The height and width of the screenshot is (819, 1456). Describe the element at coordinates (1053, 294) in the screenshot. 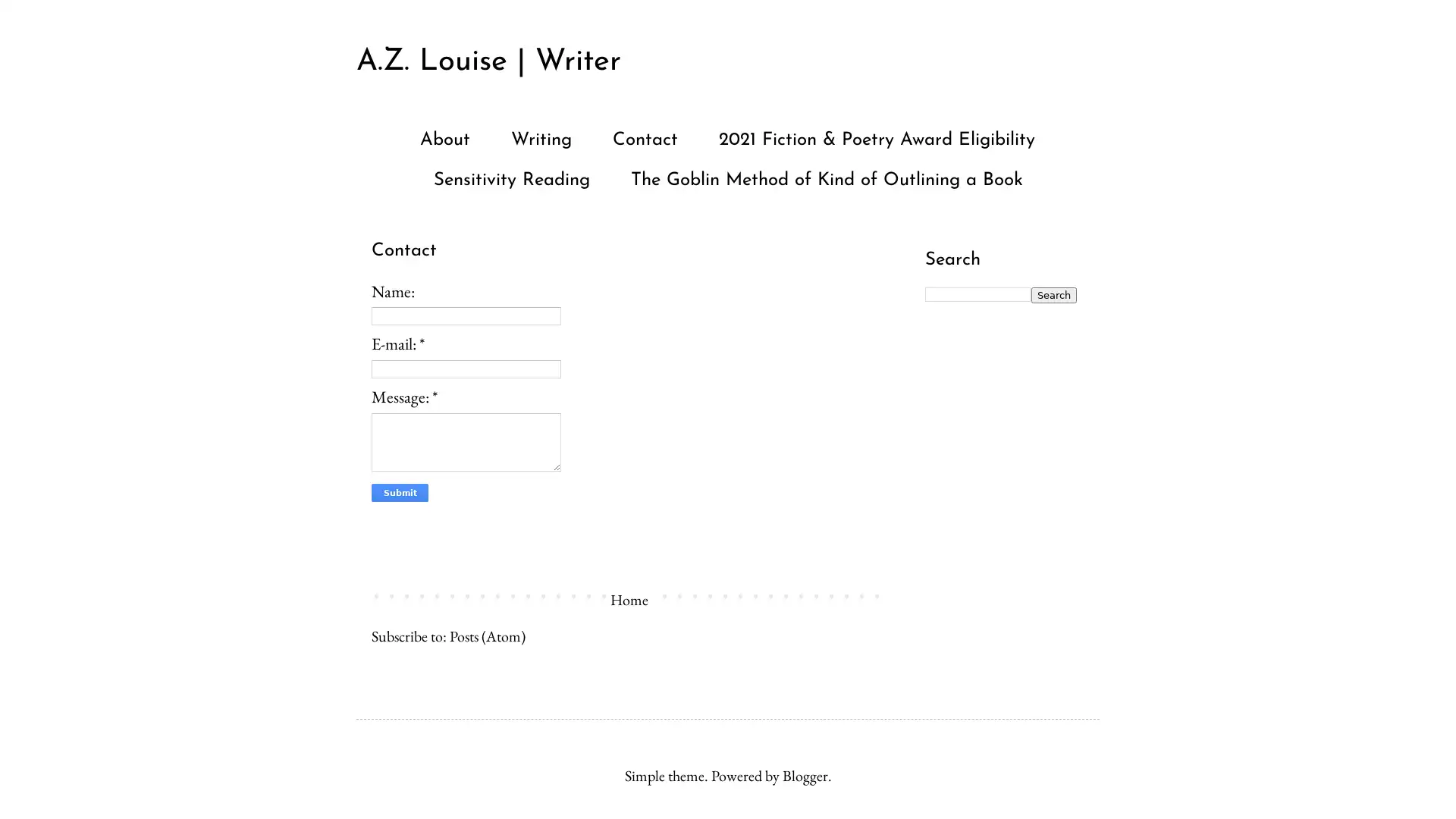

I see `Search` at that location.